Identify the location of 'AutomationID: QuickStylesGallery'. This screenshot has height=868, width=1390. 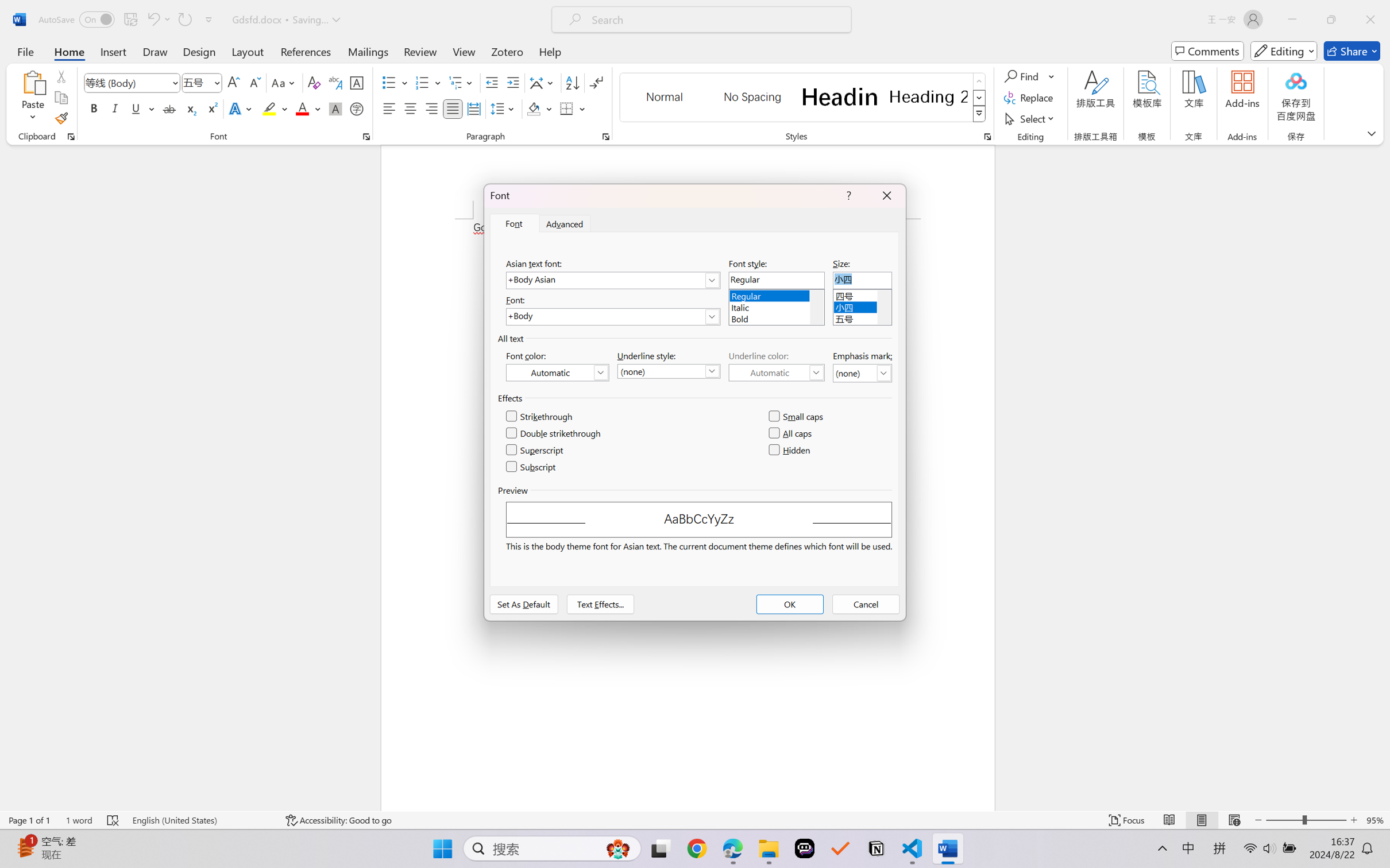
(802, 98).